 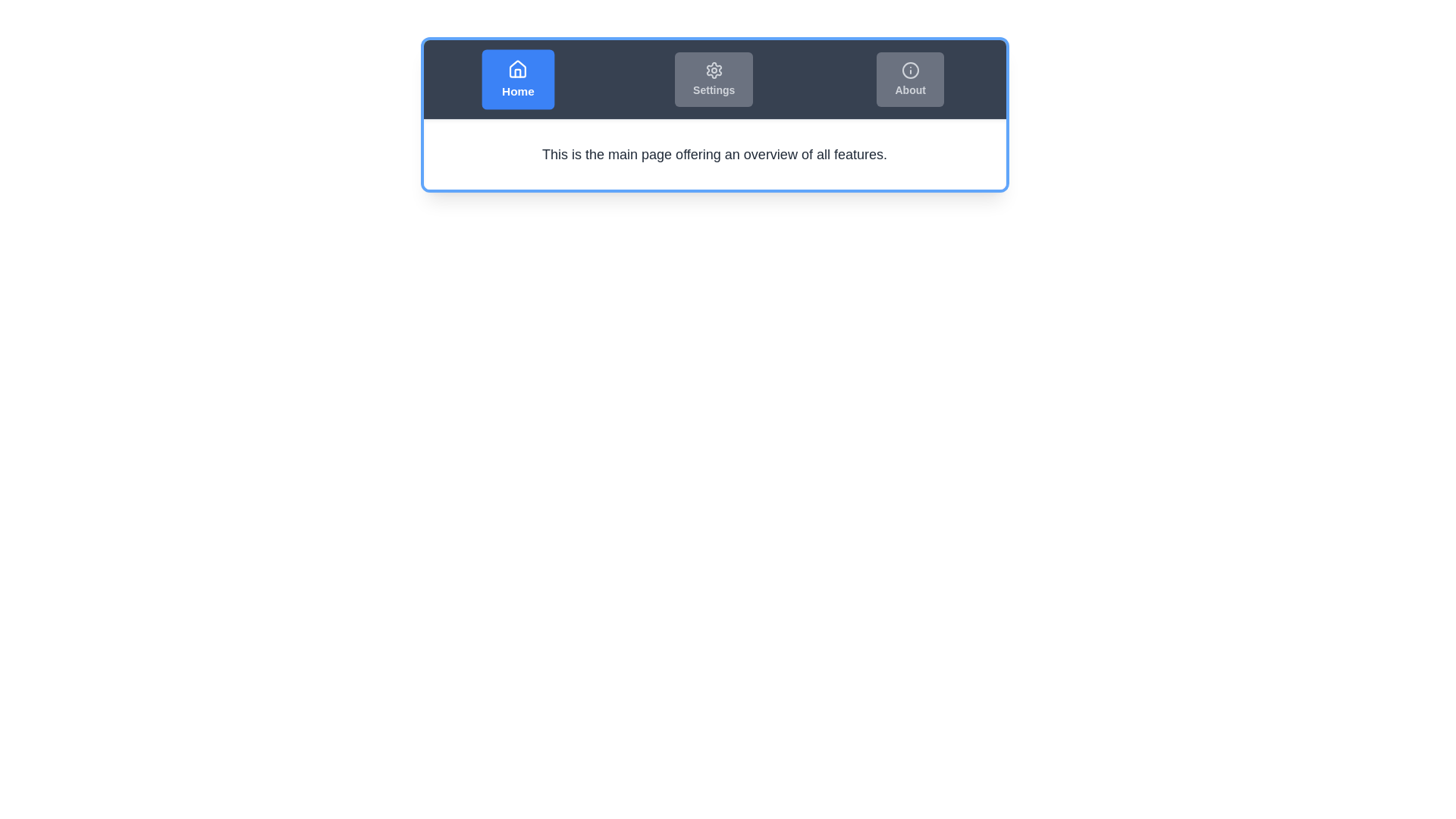 What do you see at coordinates (713, 79) in the screenshot?
I see `the Settings tab by clicking the corresponding button` at bounding box center [713, 79].